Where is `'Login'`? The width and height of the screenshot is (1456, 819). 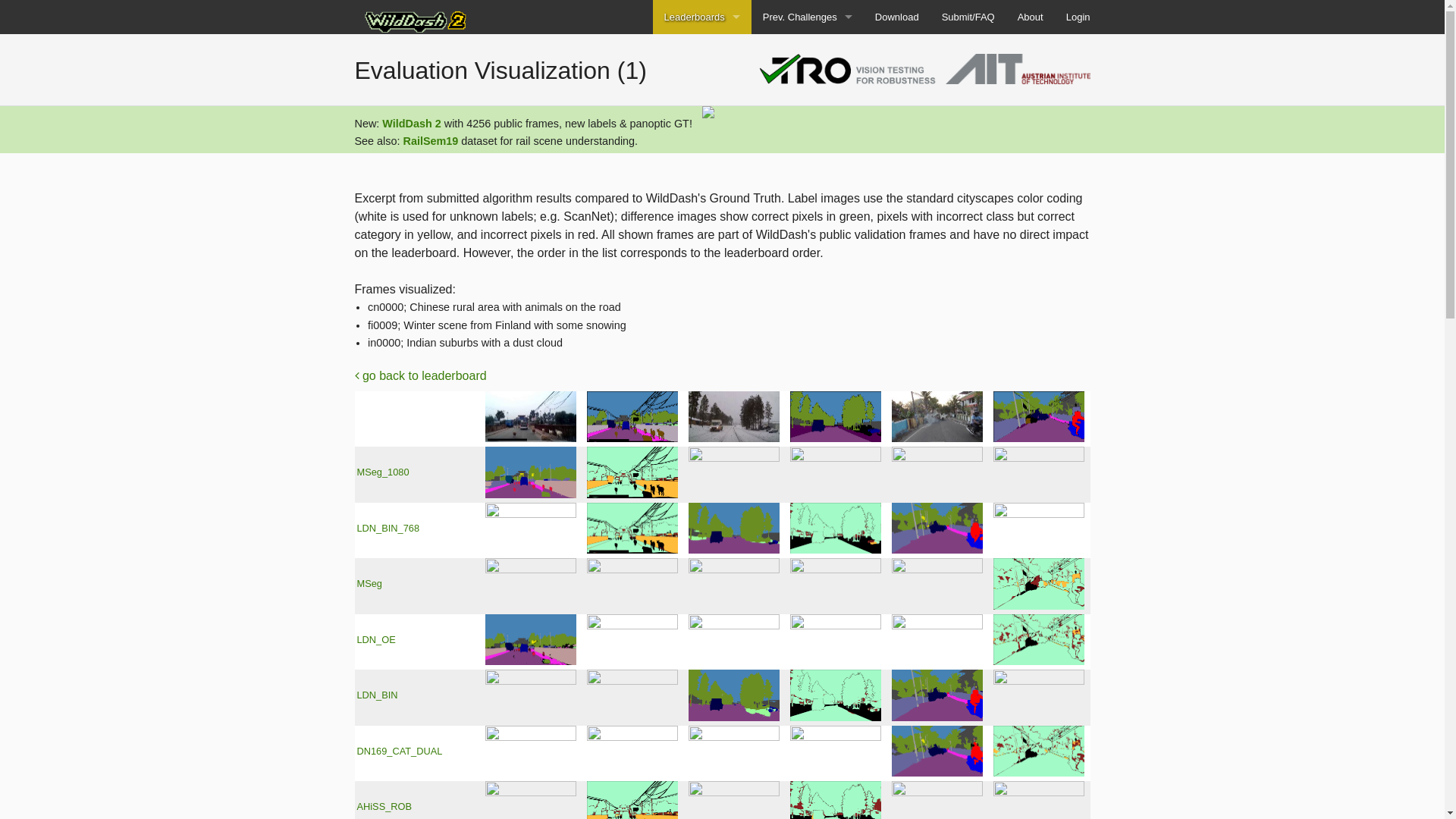
'Login' is located at coordinates (1077, 17).